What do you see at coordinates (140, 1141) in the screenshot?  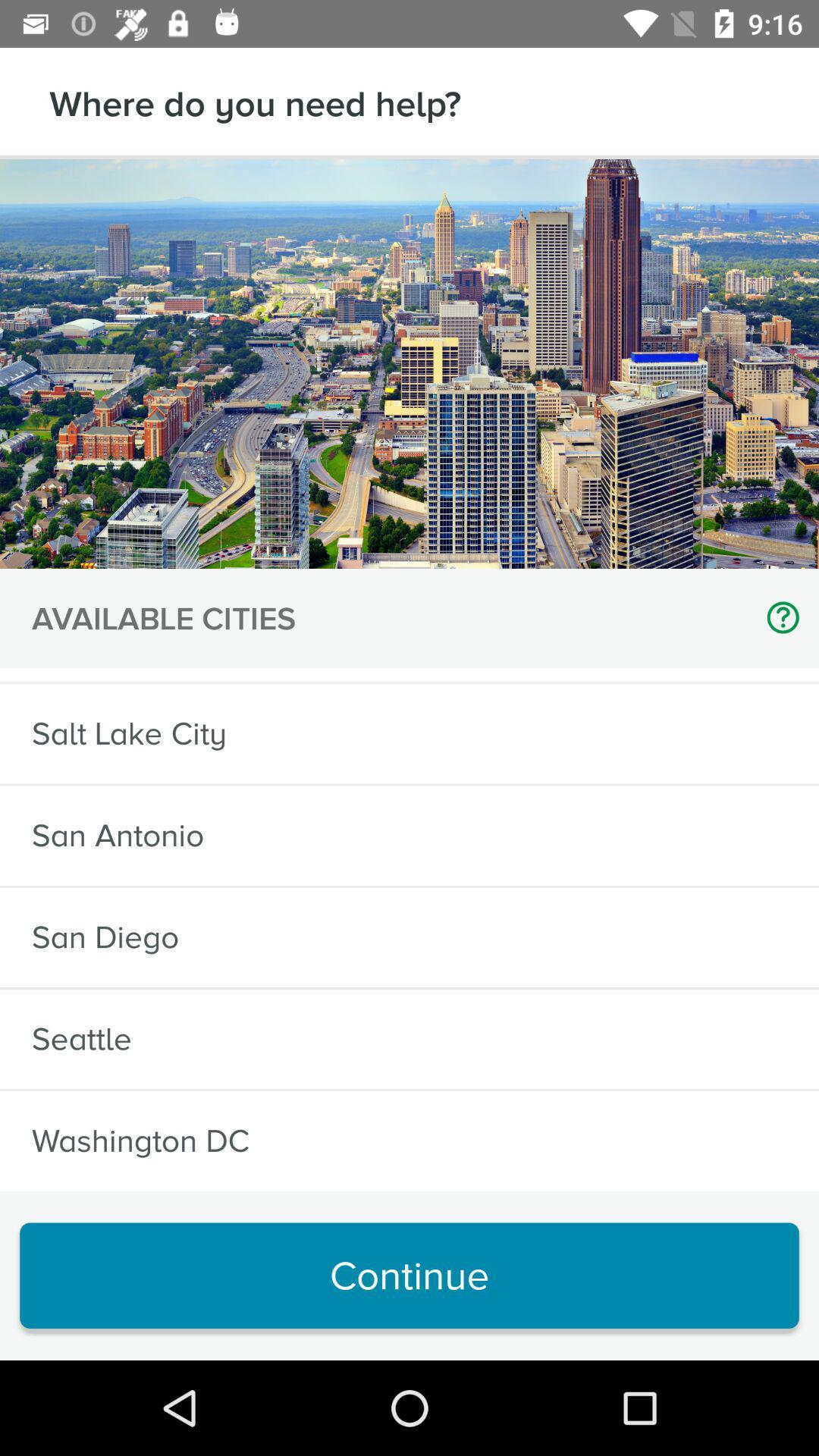 I see `the washington dc icon` at bounding box center [140, 1141].